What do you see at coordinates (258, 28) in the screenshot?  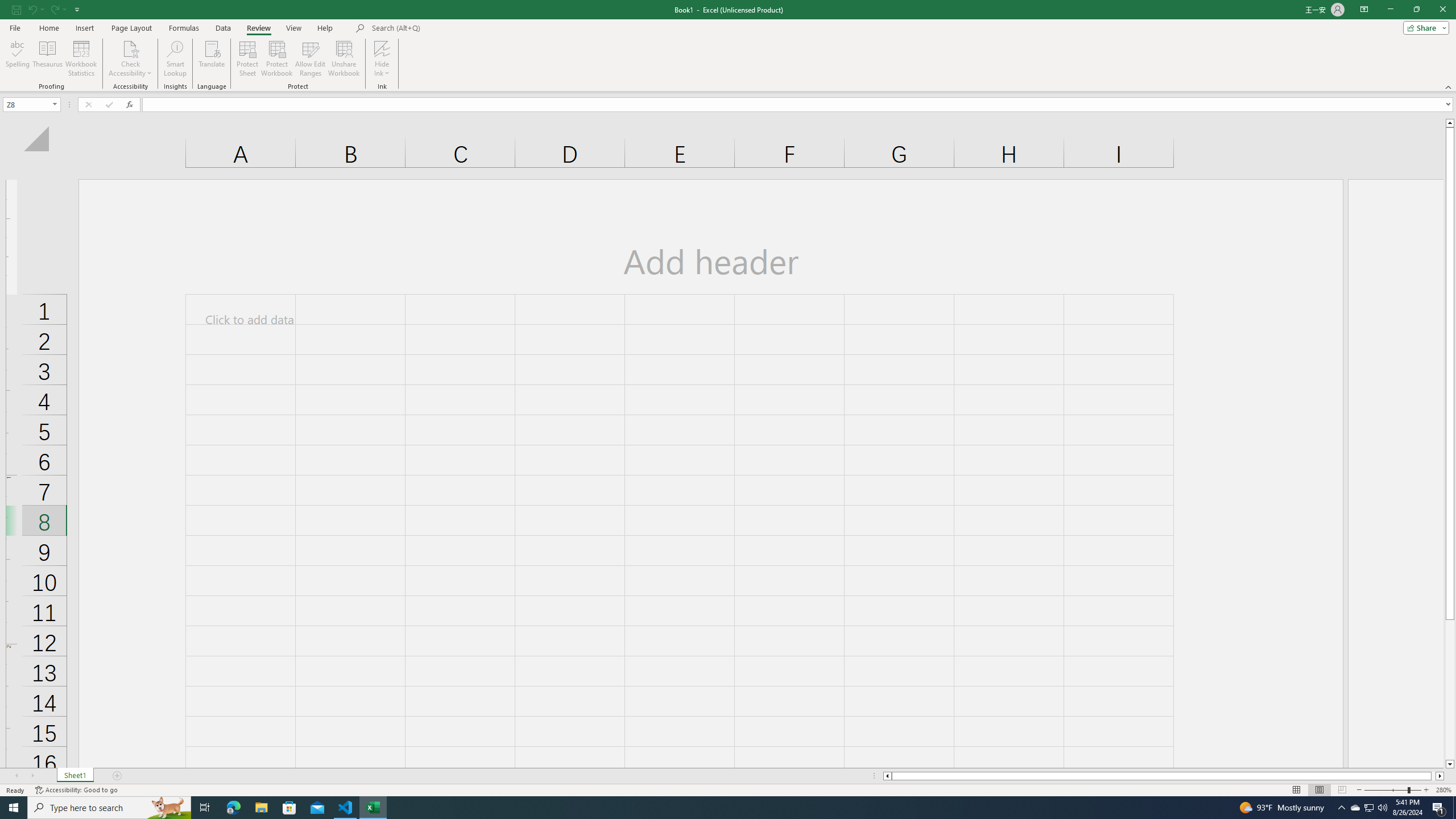 I see `'Review'` at bounding box center [258, 28].